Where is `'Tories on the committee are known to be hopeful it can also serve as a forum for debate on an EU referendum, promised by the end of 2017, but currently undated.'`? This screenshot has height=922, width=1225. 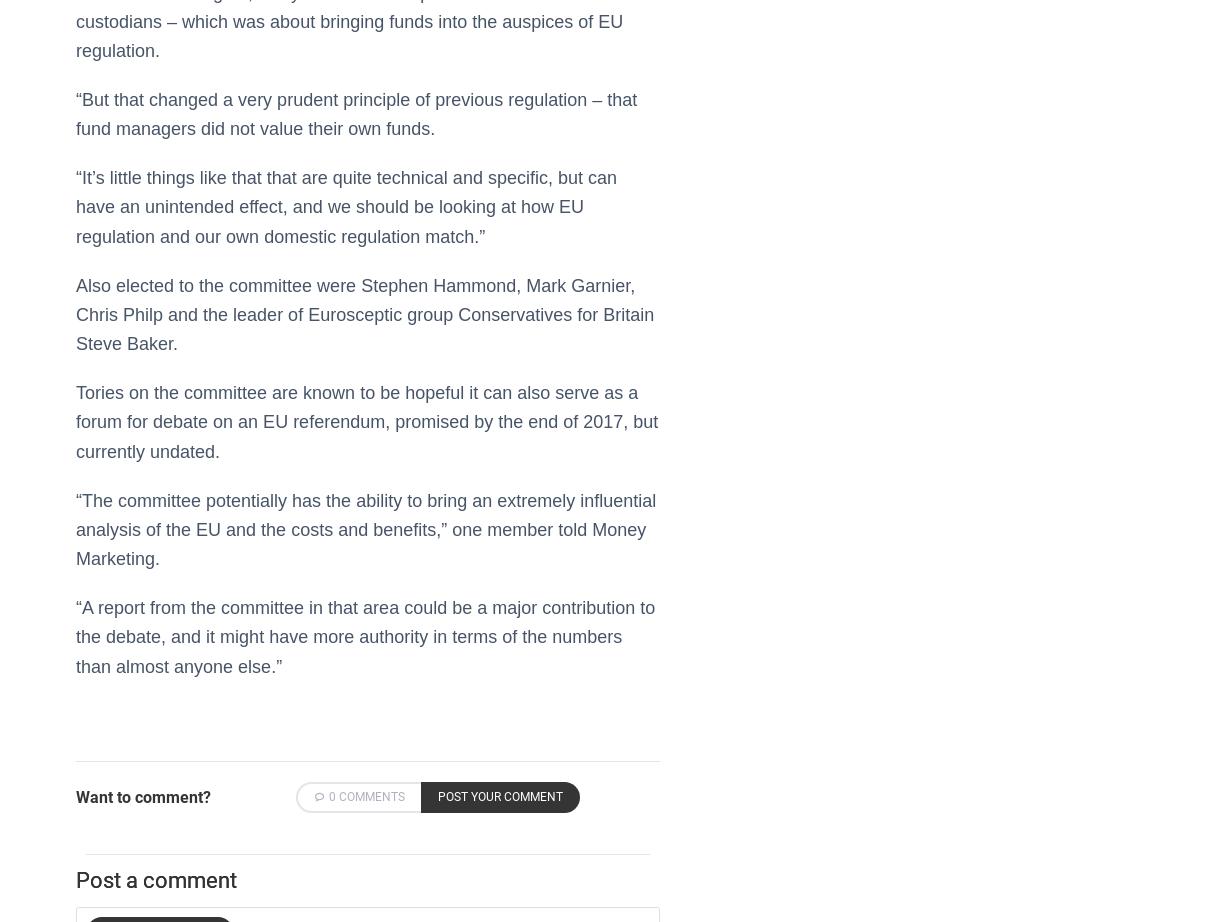
'Tories on the committee are known to be hopeful it can also serve as a forum for debate on an EU referendum, promised by the end of 2017, but currently undated.' is located at coordinates (367, 420).